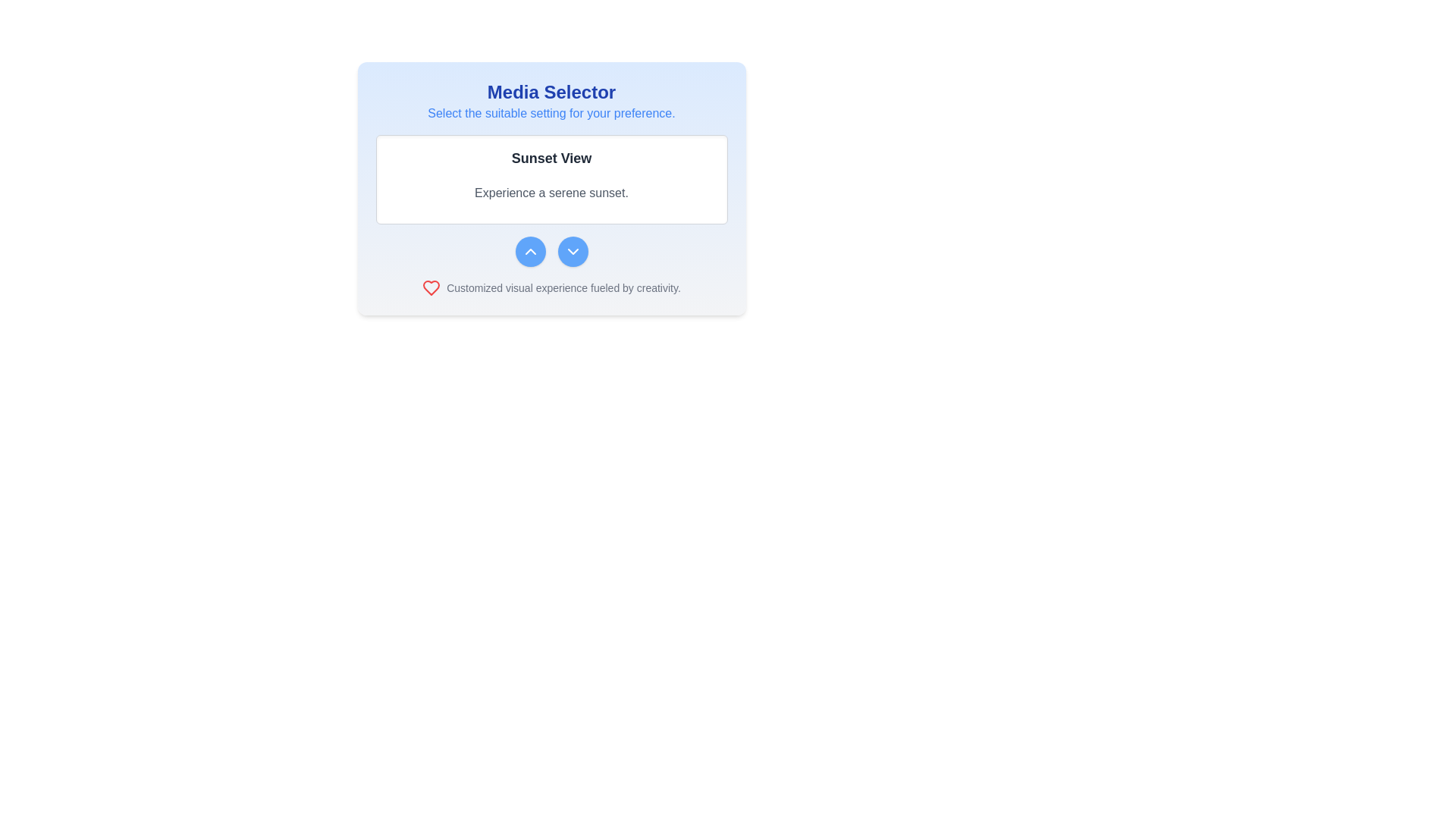 Image resolution: width=1456 pixels, height=819 pixels. What do you see at coordinates (572, 250) in the screenshot?
I see `the round blue button with a white downwards arrow icon, located to the right of the upwards arrow button beneath the 'Sunset View' section` at bounding box center [572, 250].